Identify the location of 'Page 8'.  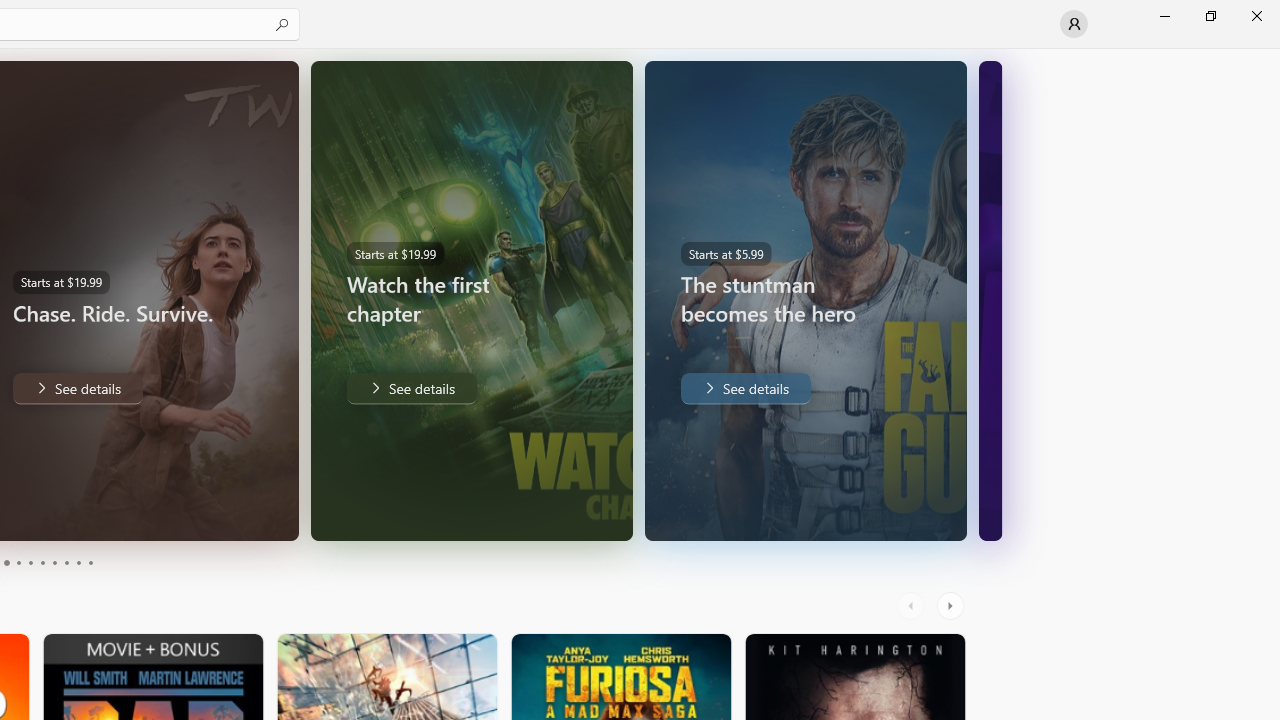
(65, 563).